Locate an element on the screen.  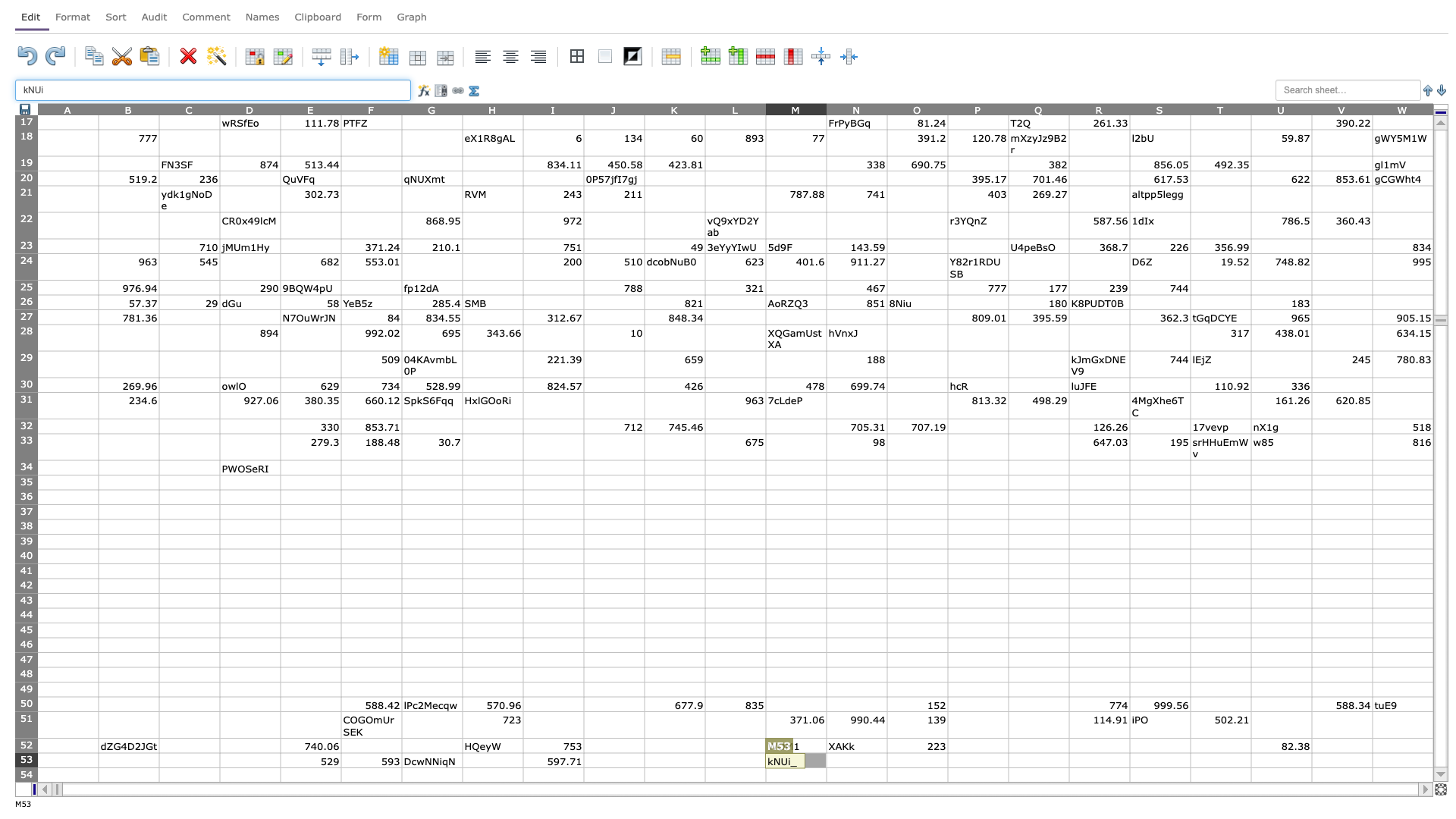
Top left of cell P53 is located at coordinates (946, 752).